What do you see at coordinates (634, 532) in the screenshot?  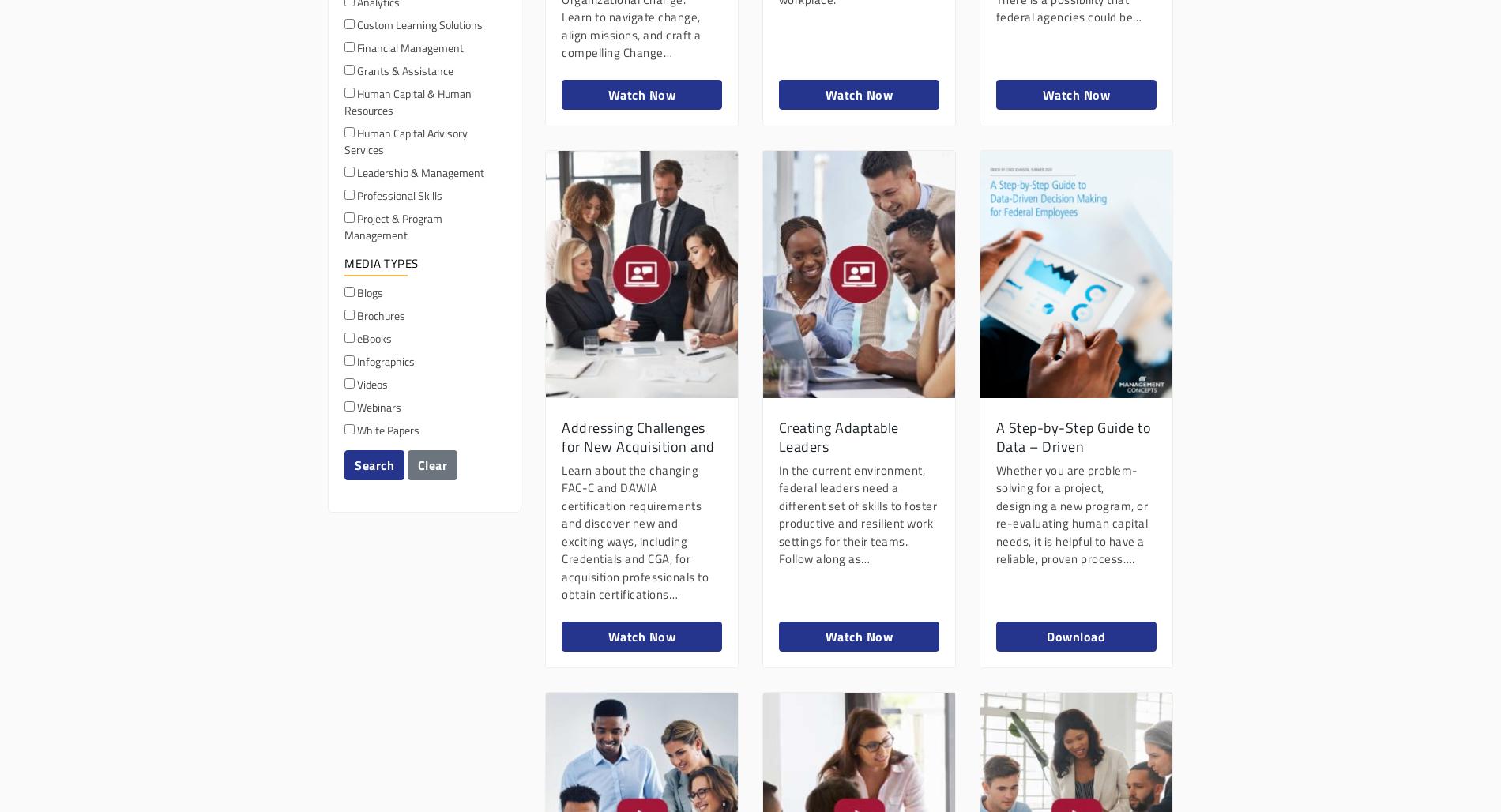 I see `'Learn about the changing FAC-C and DAWIA certification requirements and discover new and exciting ways, including Credentials and CGA, for acquisition professionals to obtain certifications…'` at bounding box center [634, 532].